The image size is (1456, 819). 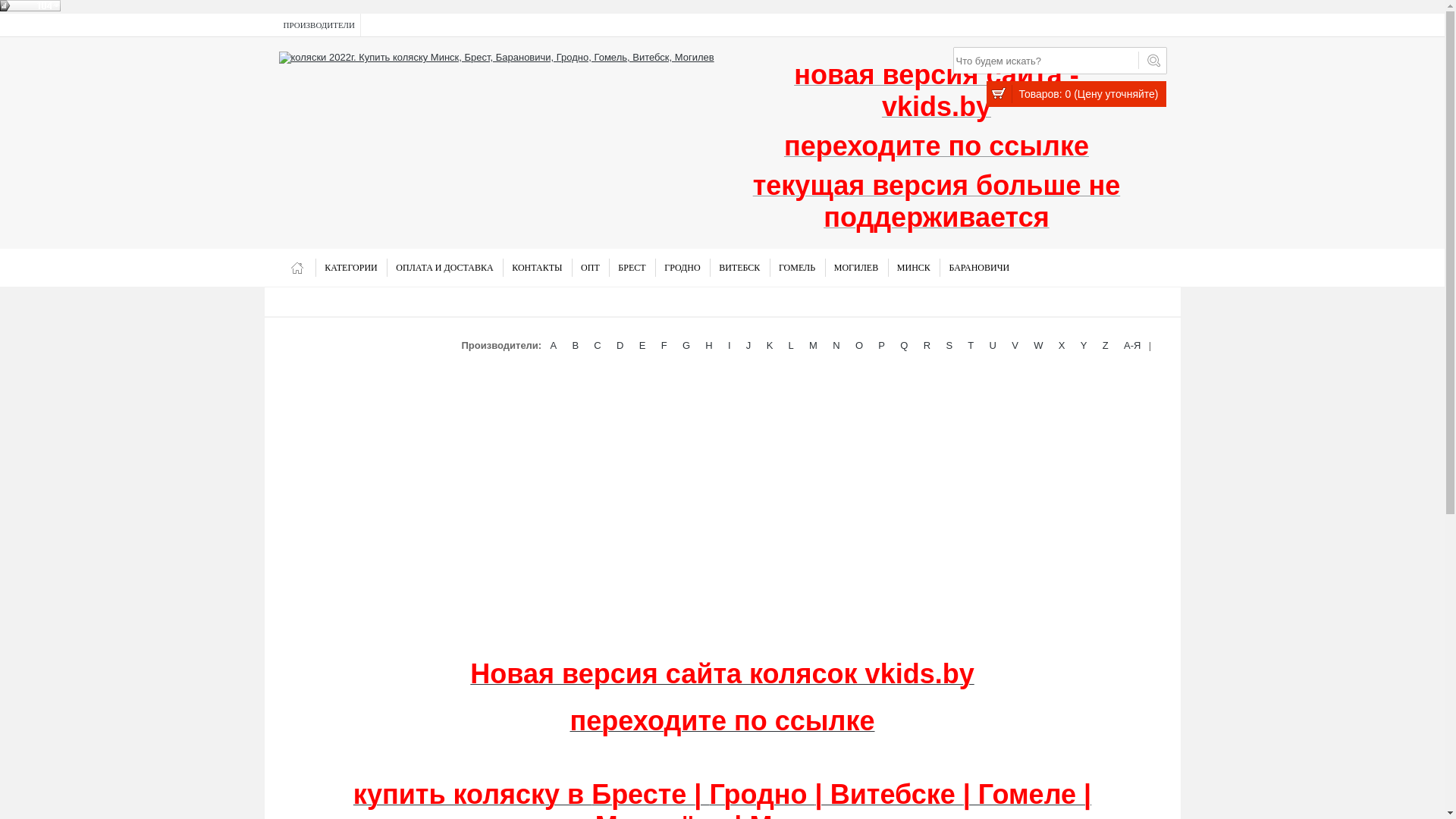 What do you see at coordinates (742, 345) in the screenshot?
I see `'J'` at bounding box center [742, 345].